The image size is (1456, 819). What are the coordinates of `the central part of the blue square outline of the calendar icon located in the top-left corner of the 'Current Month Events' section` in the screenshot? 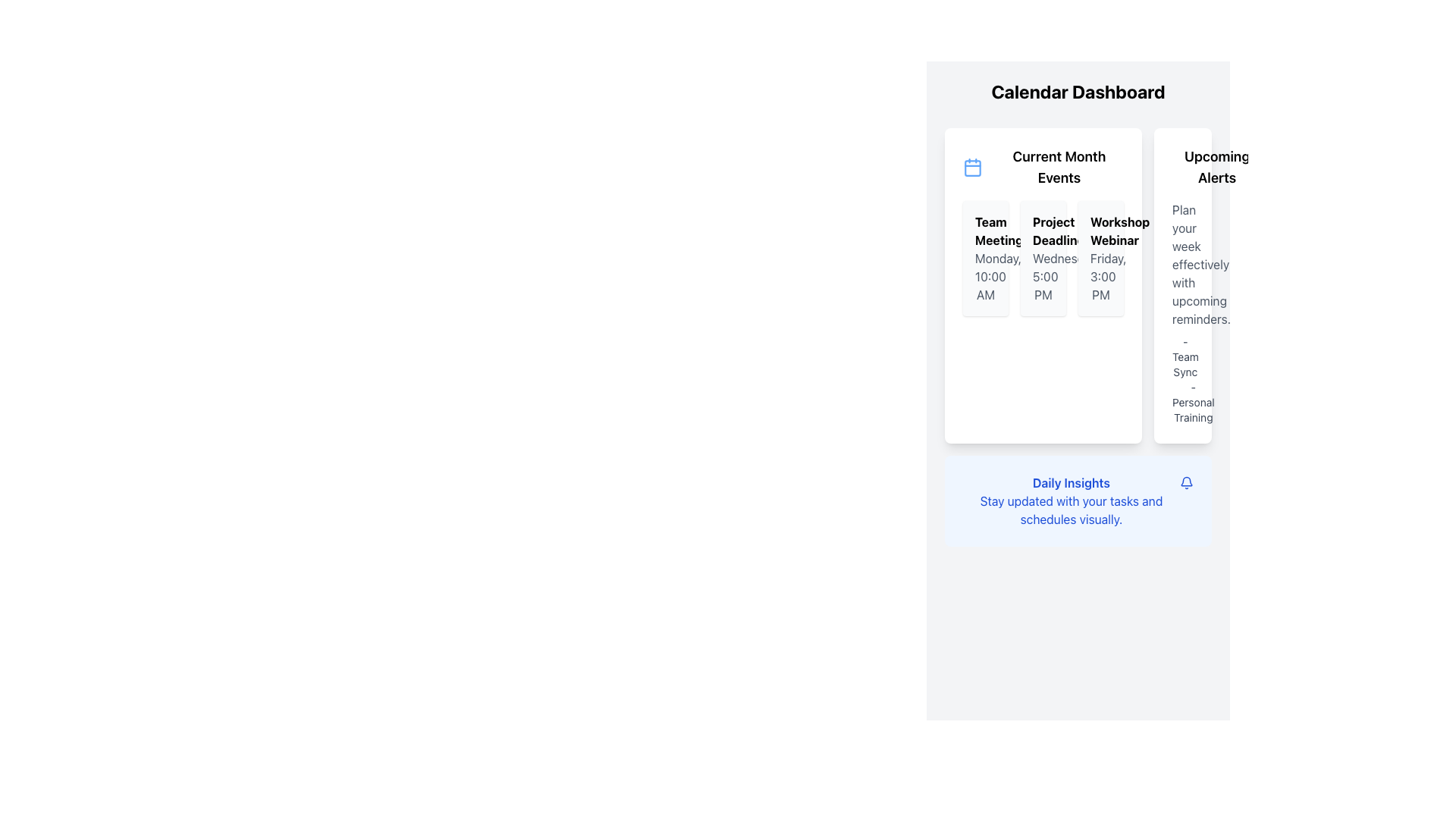 It's located at (972, 168).